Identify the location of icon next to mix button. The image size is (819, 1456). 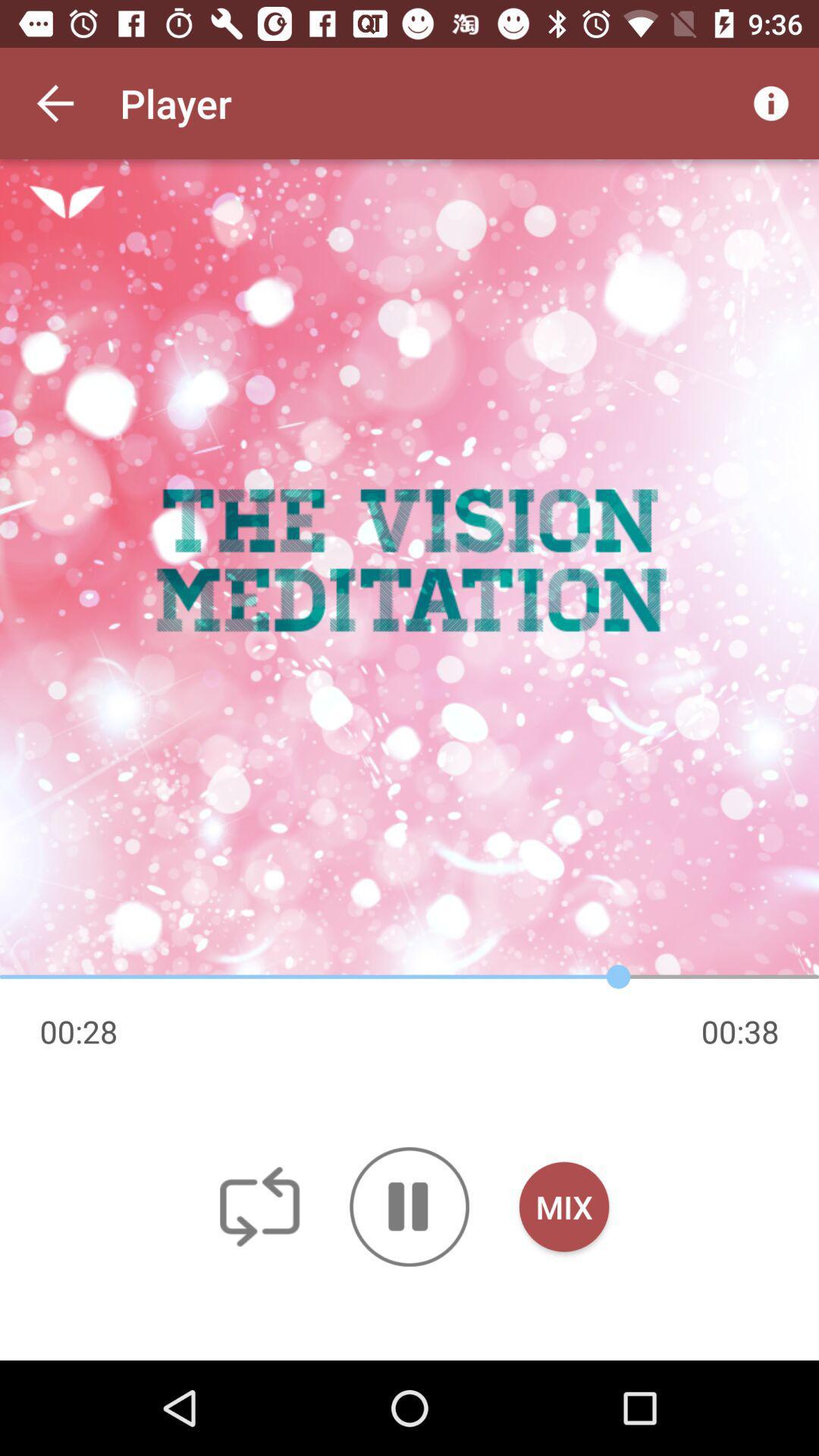
(409, 1206).